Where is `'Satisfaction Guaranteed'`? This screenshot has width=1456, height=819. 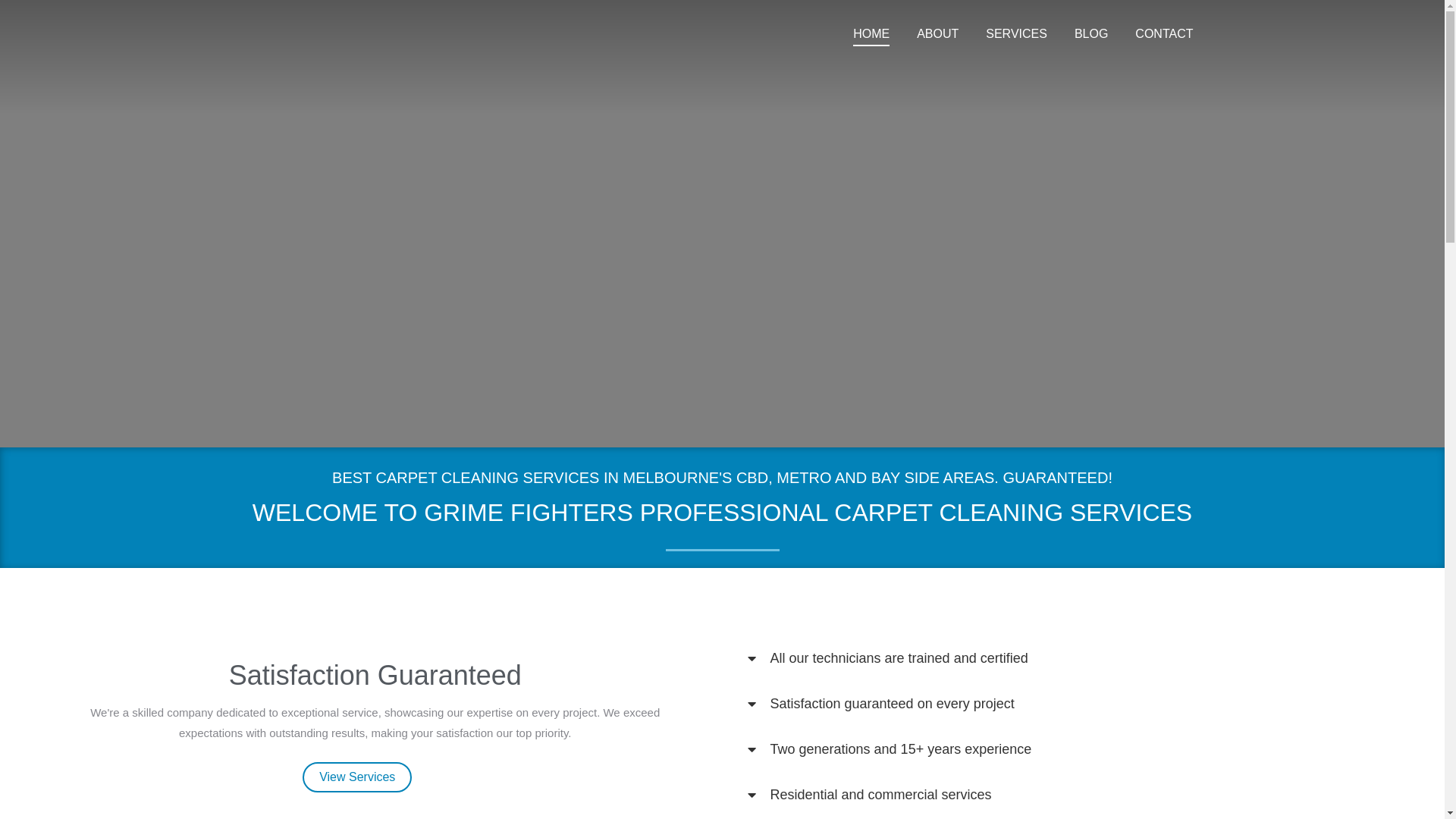
'Satisfaction Guaranteed' is located at coordinates (375, 674).